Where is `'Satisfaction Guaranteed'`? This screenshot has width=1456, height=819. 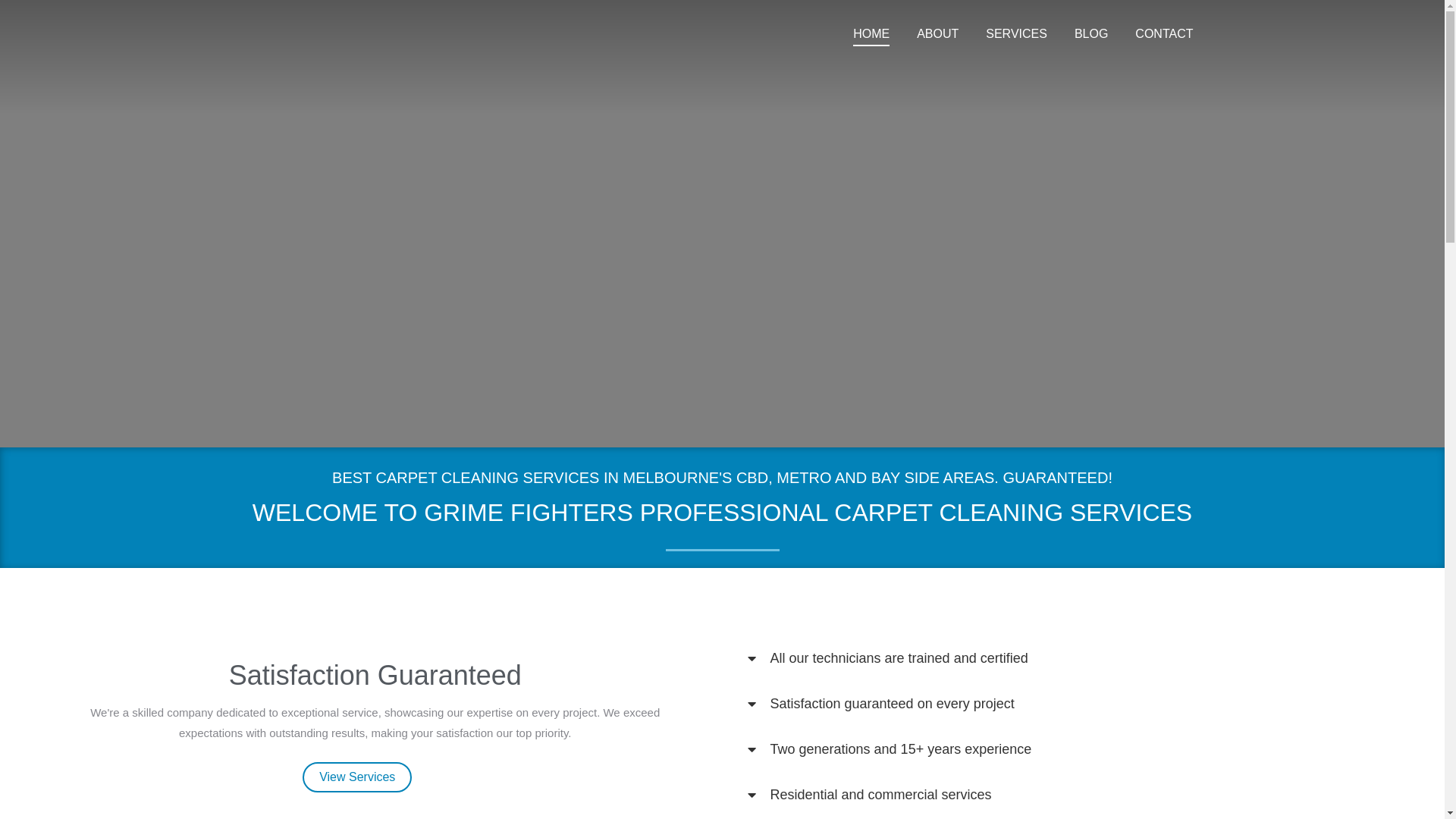
'Satisfaction Guaranteed' is located at coordinates (375, 674).